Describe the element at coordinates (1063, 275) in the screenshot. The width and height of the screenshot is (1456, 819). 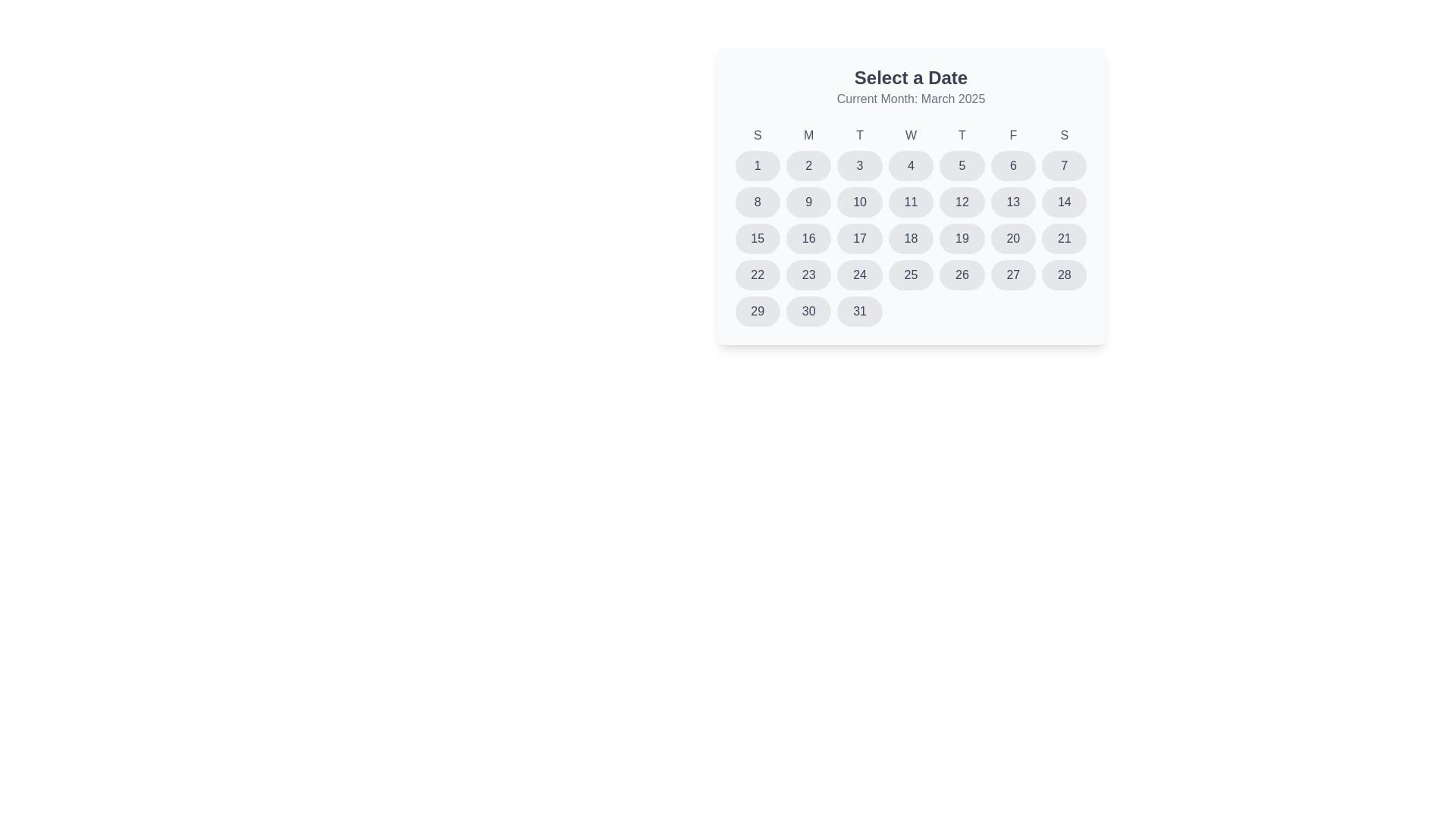
I see `the circular button displaying the number '28' in the calendar interface` at that location.